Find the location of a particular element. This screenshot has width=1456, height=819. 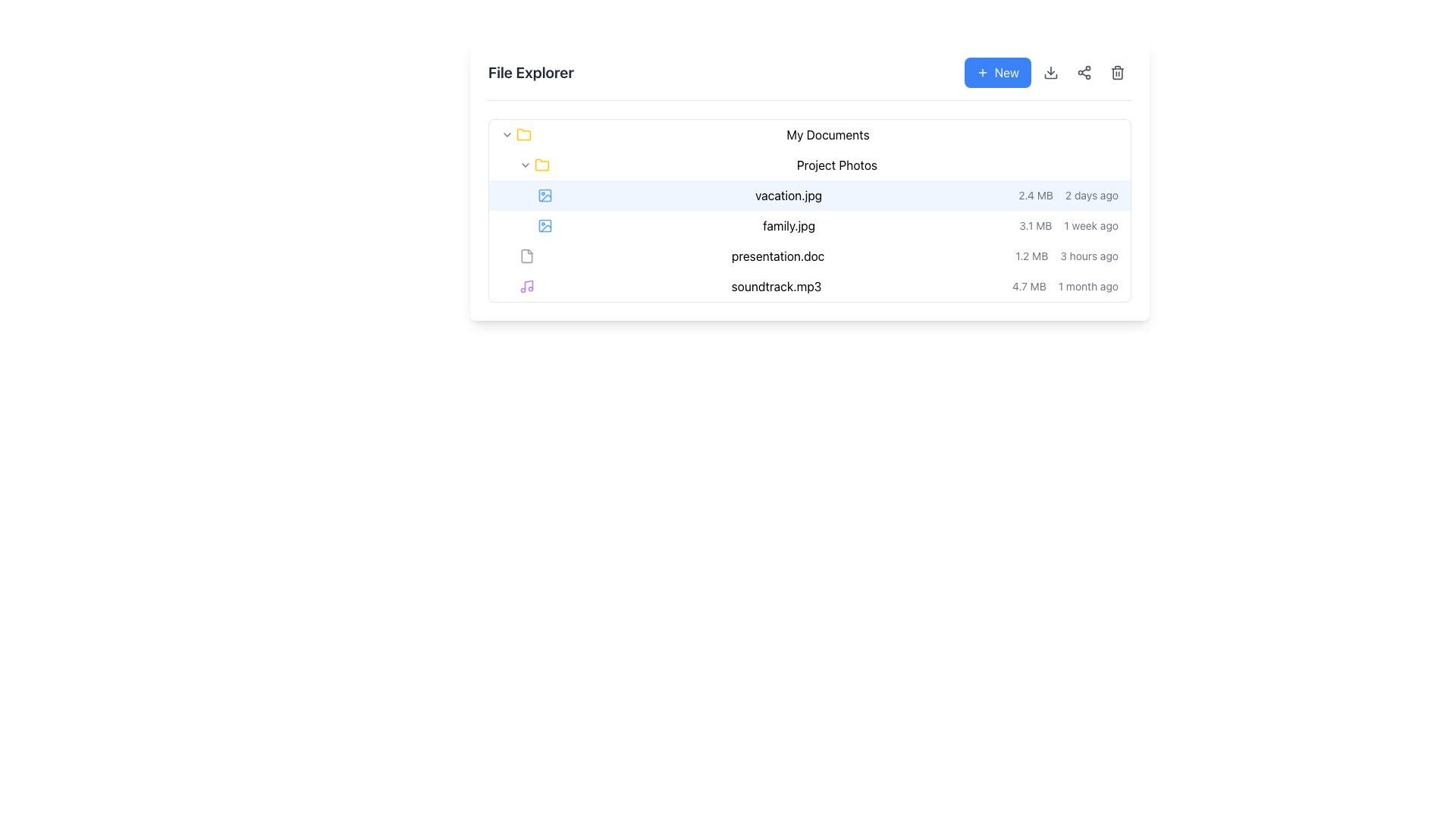

the rounded square SVG graphic element representing the 'vacation.jpg' file in the file explorer is located at coordinates (545, 225).